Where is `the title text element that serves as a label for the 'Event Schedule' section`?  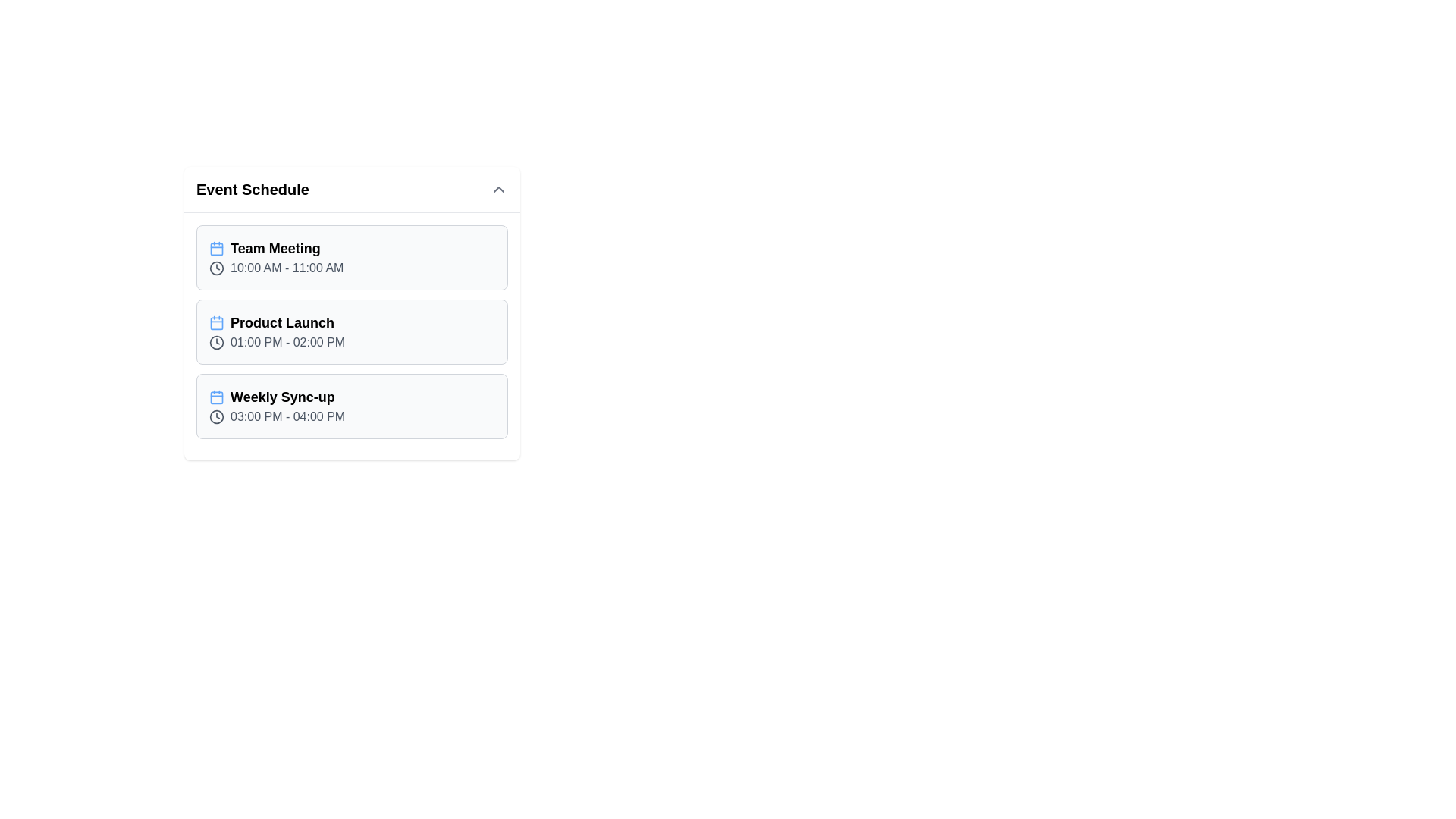 the title text element that serves as a label for the 'Event Schedule' section is located at coordinates (253, 189).